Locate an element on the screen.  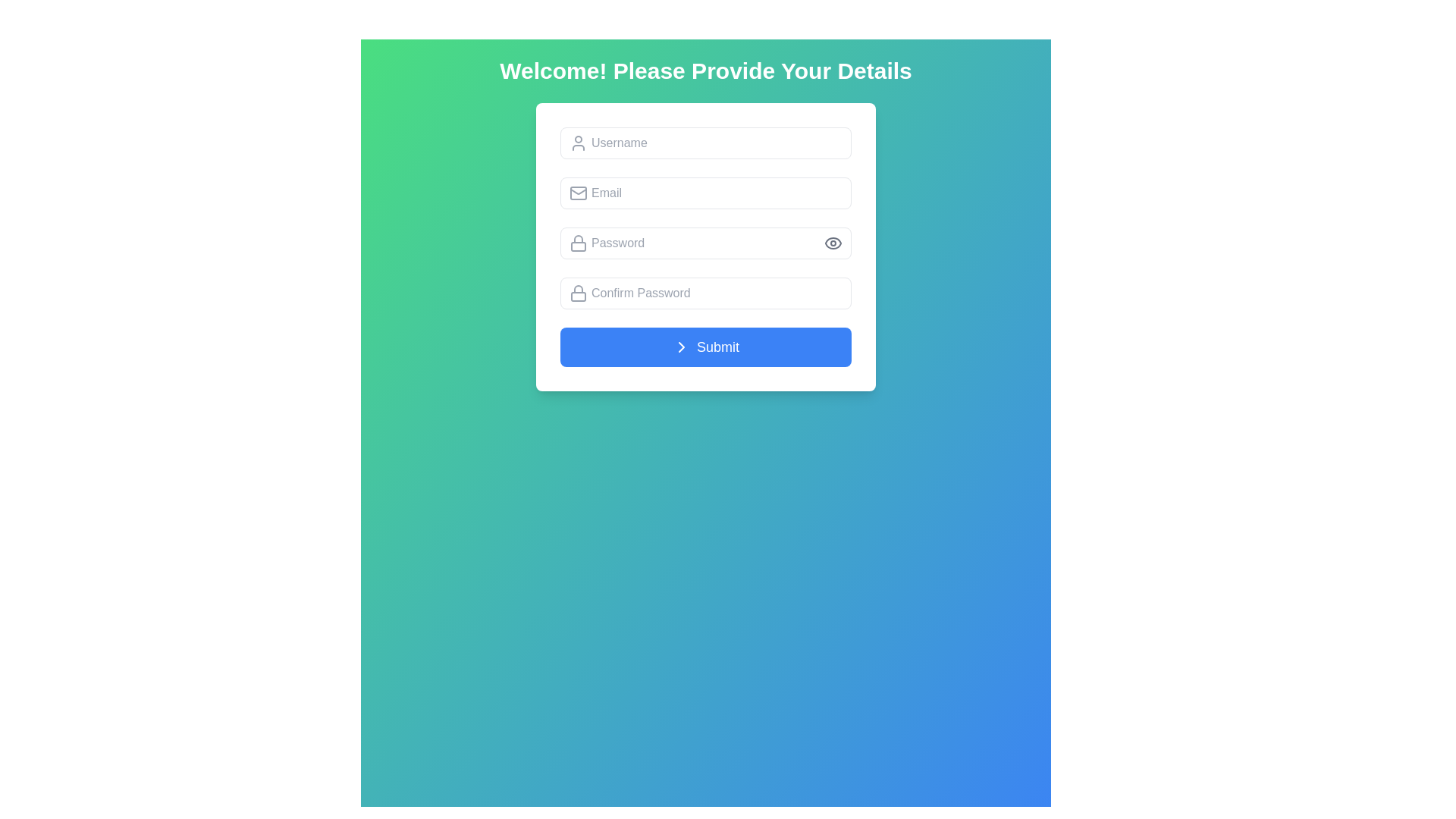
the SVG rectangle that visually indicates the 'Email' input field in the envelope icon, which is the first graphic component among its siblings is located at coordinates (578, 192).